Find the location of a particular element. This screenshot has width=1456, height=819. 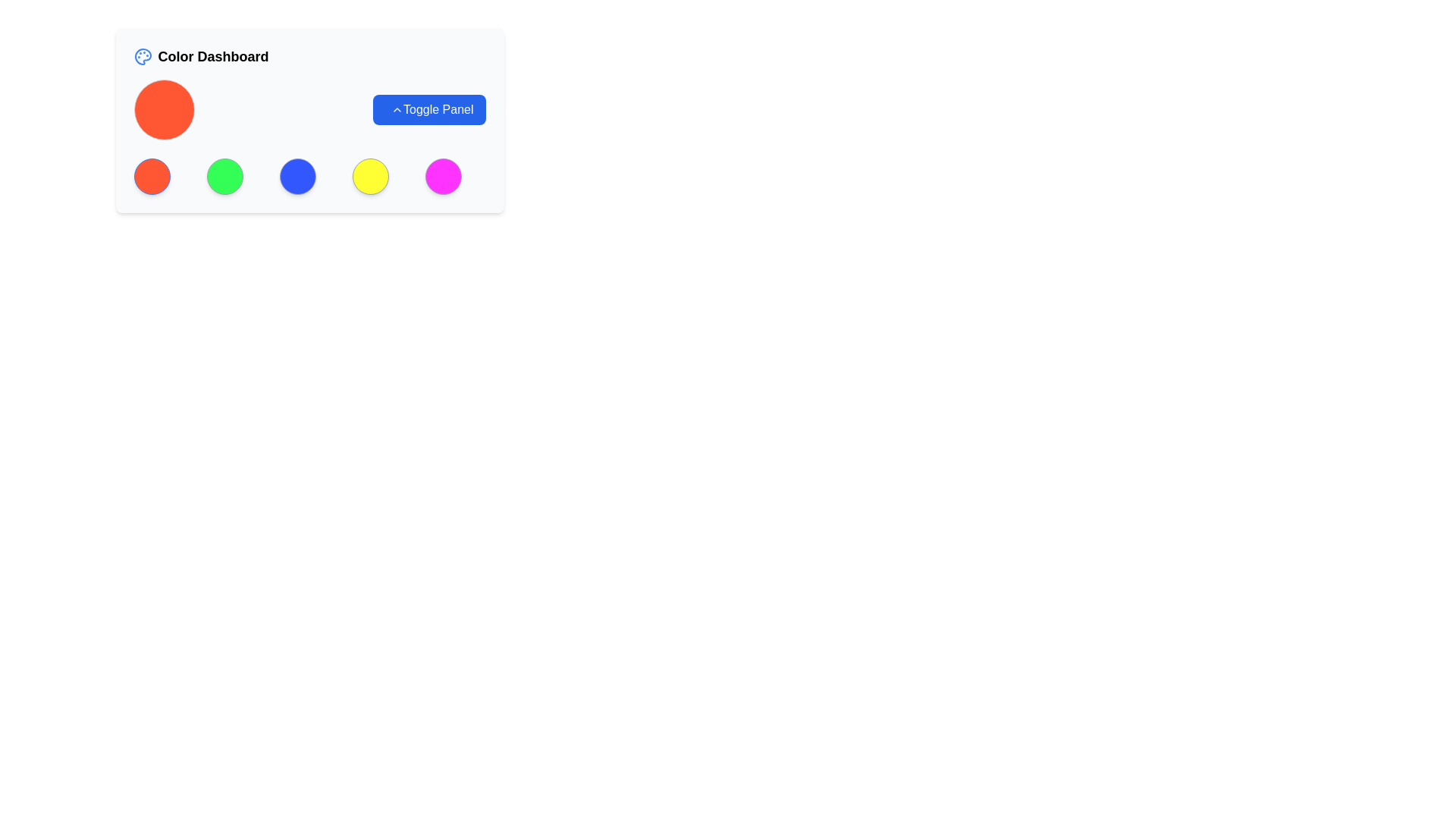

the circular button with a pink background and gray border, positioned as the fifth element in a grid layout is located at coordinates (442, 175).